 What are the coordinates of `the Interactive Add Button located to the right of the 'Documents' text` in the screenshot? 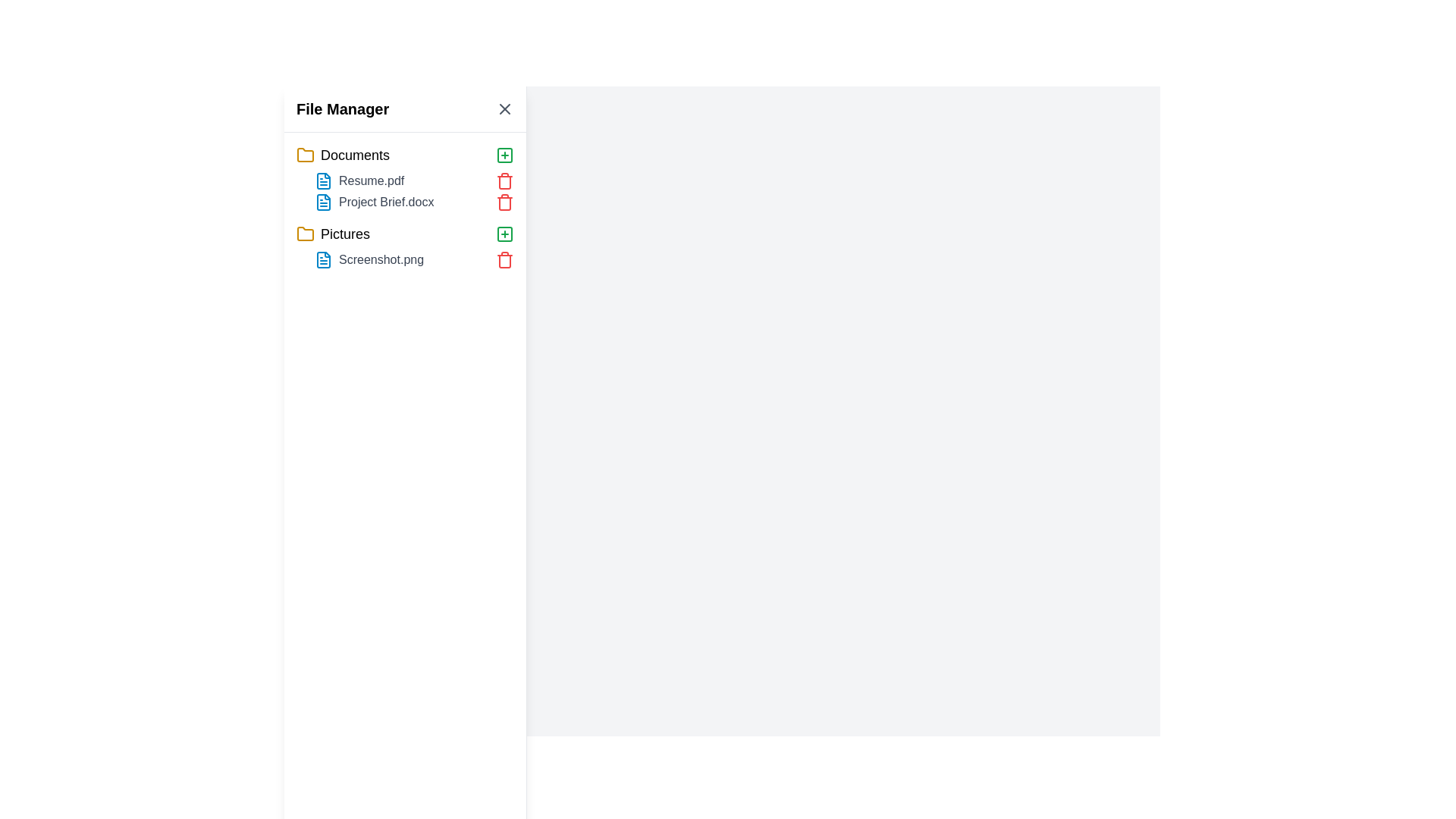 It's located at (505, 155).